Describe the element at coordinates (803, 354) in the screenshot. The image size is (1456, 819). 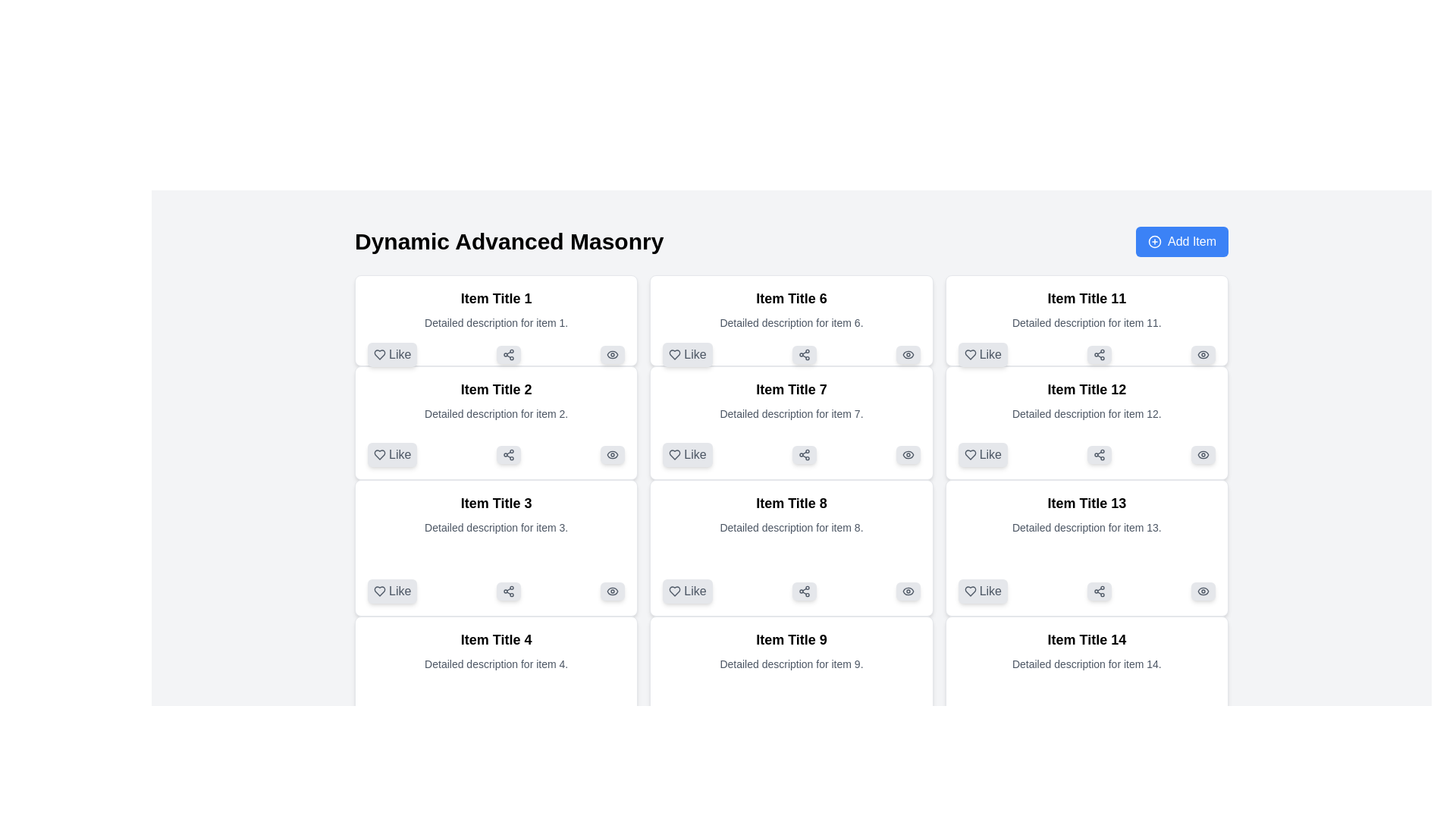
I see `the share button with a light gray background and rounded corners located in the middle row of the grid, specifically the second interactive control in the 'Item Title 6' card` at that location.